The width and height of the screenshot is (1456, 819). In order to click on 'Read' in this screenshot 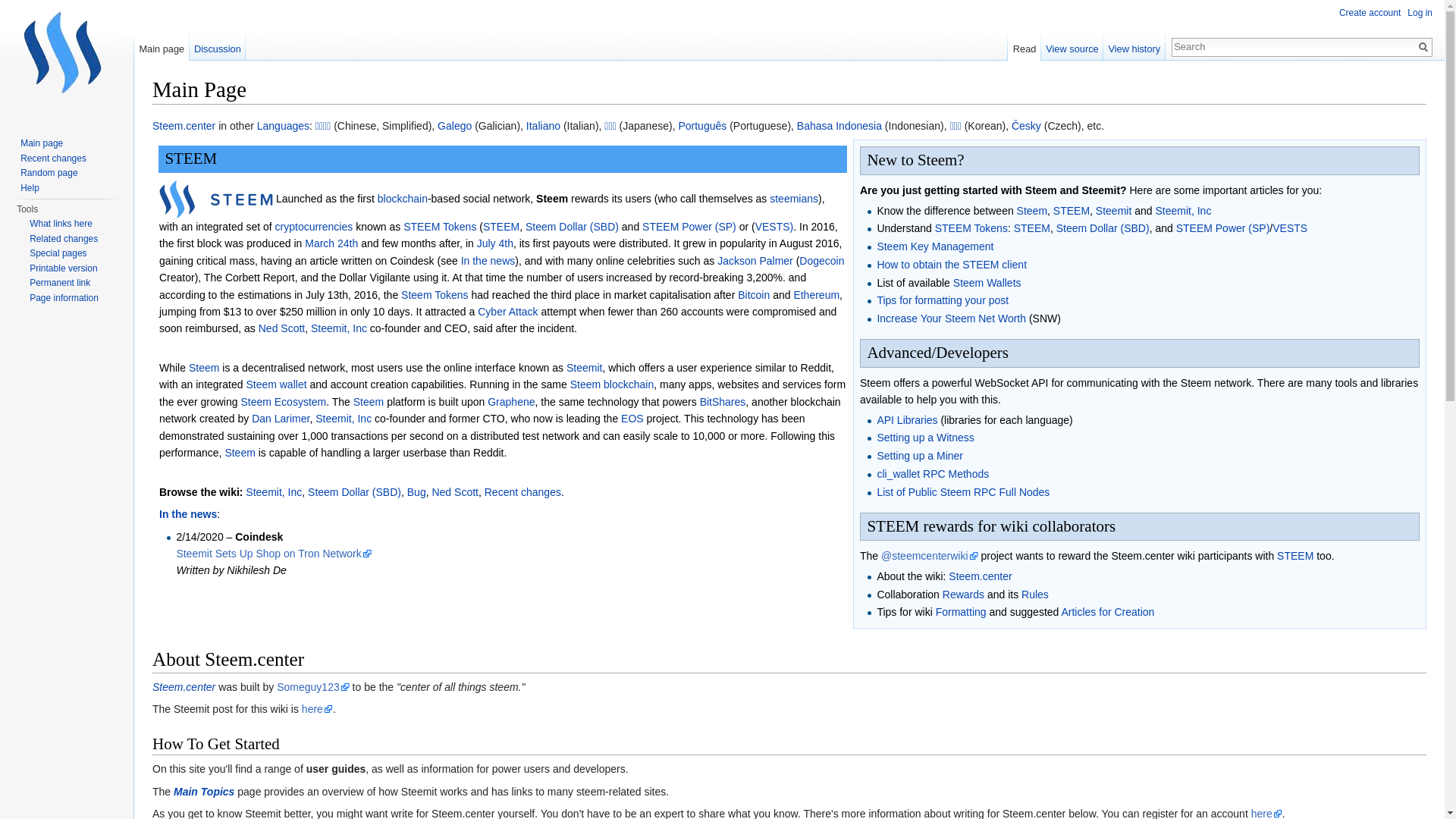, I will do `click(1024, 45)`.